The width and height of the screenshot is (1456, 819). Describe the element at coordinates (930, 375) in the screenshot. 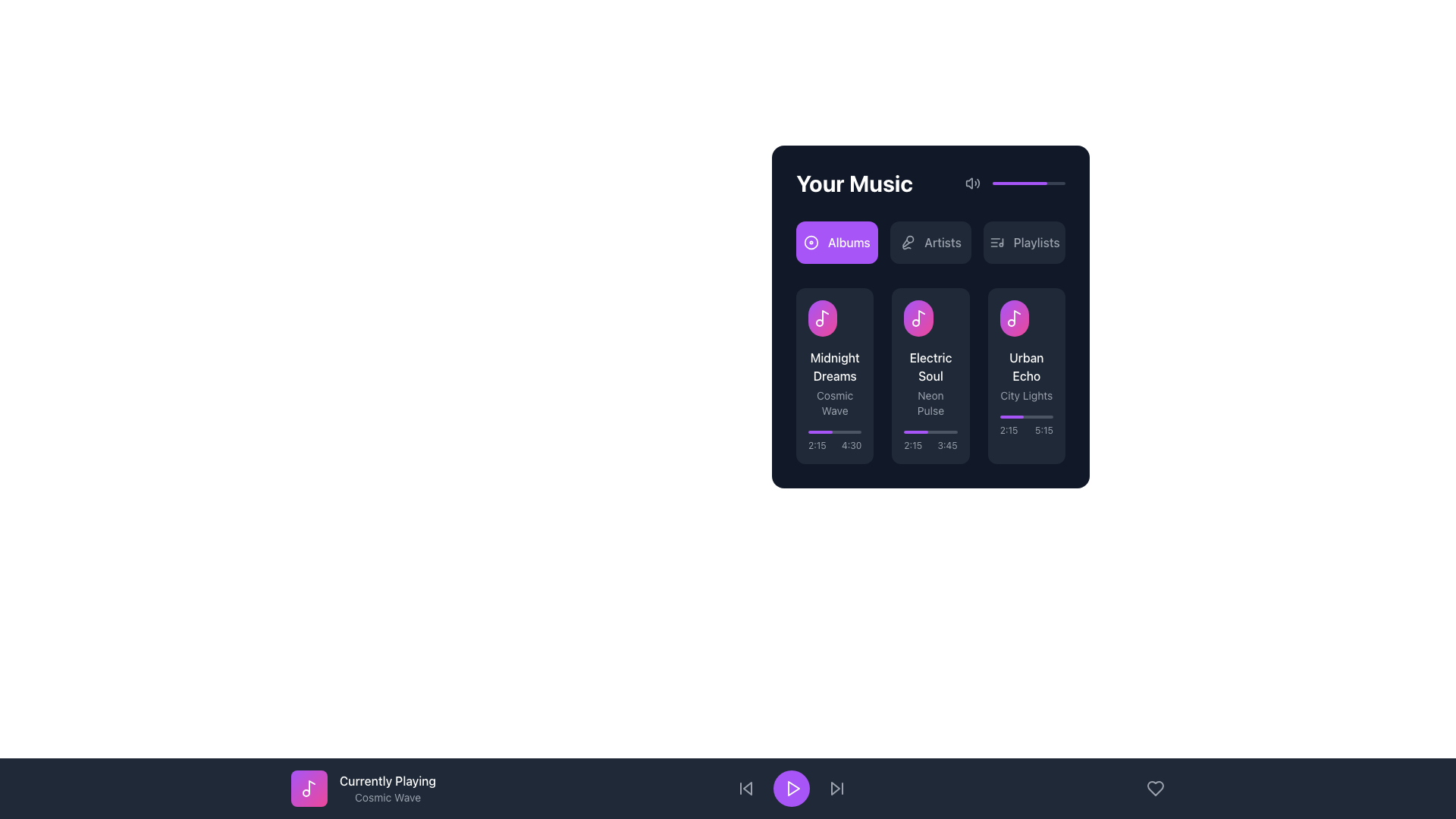

I see `the music album card in the second column of the grid layout labeled 'Your Music', which displays album details and has an interactive play component` at that location.